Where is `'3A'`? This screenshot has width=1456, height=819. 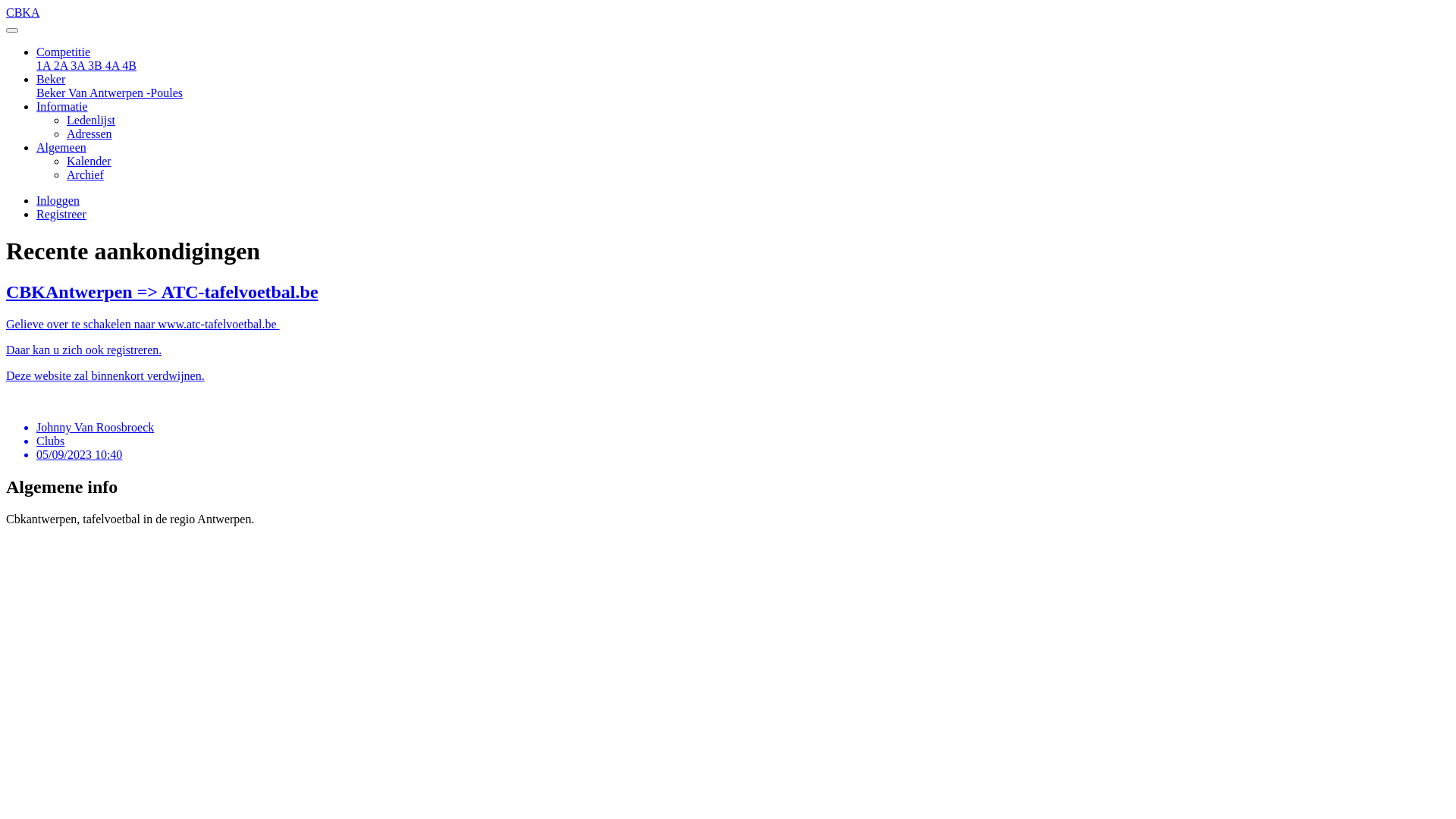
'3A' is located at coordinates (78, 64).